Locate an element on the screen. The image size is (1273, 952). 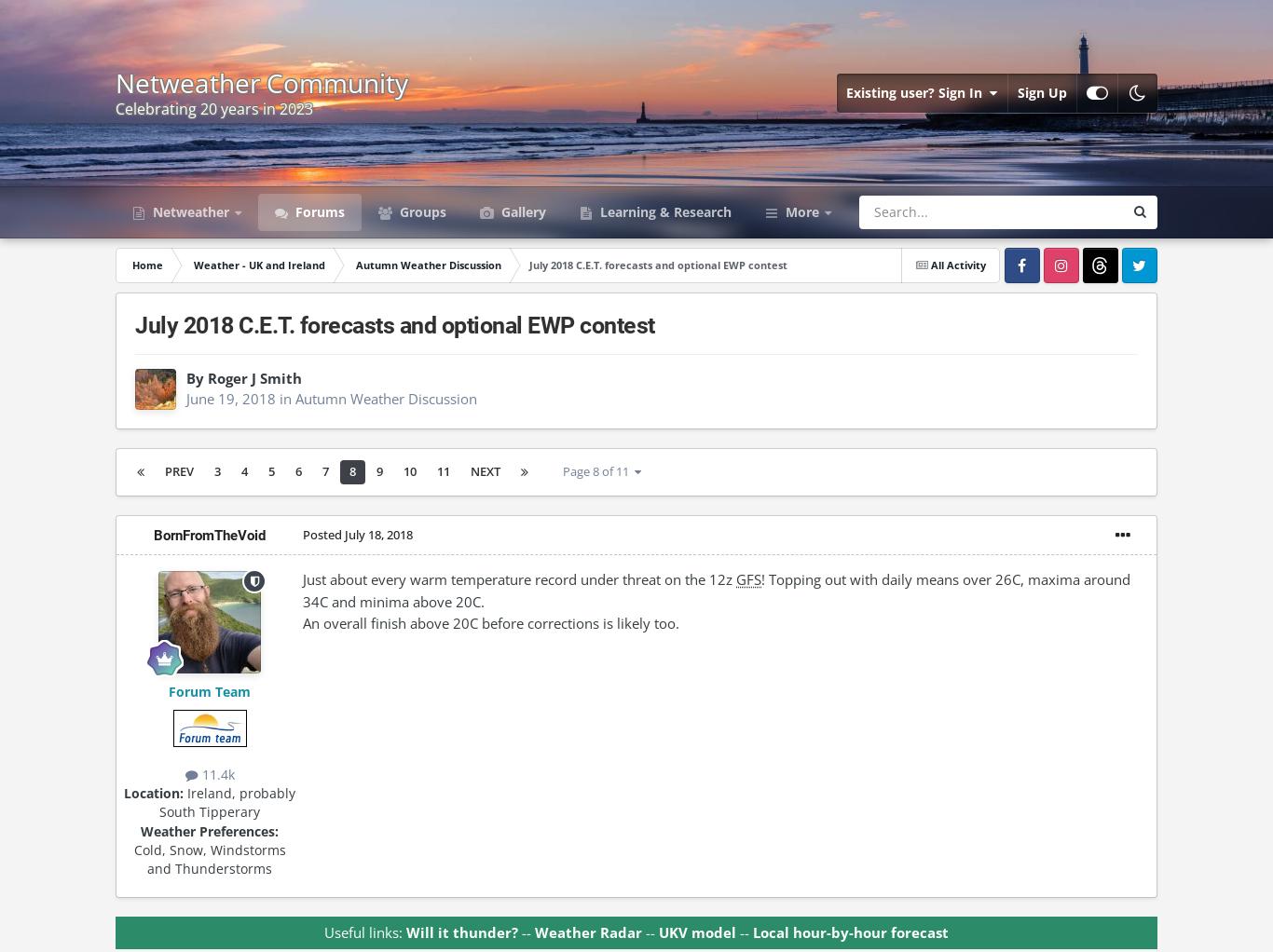
'UKV model' is located at coordinates (697, 932).